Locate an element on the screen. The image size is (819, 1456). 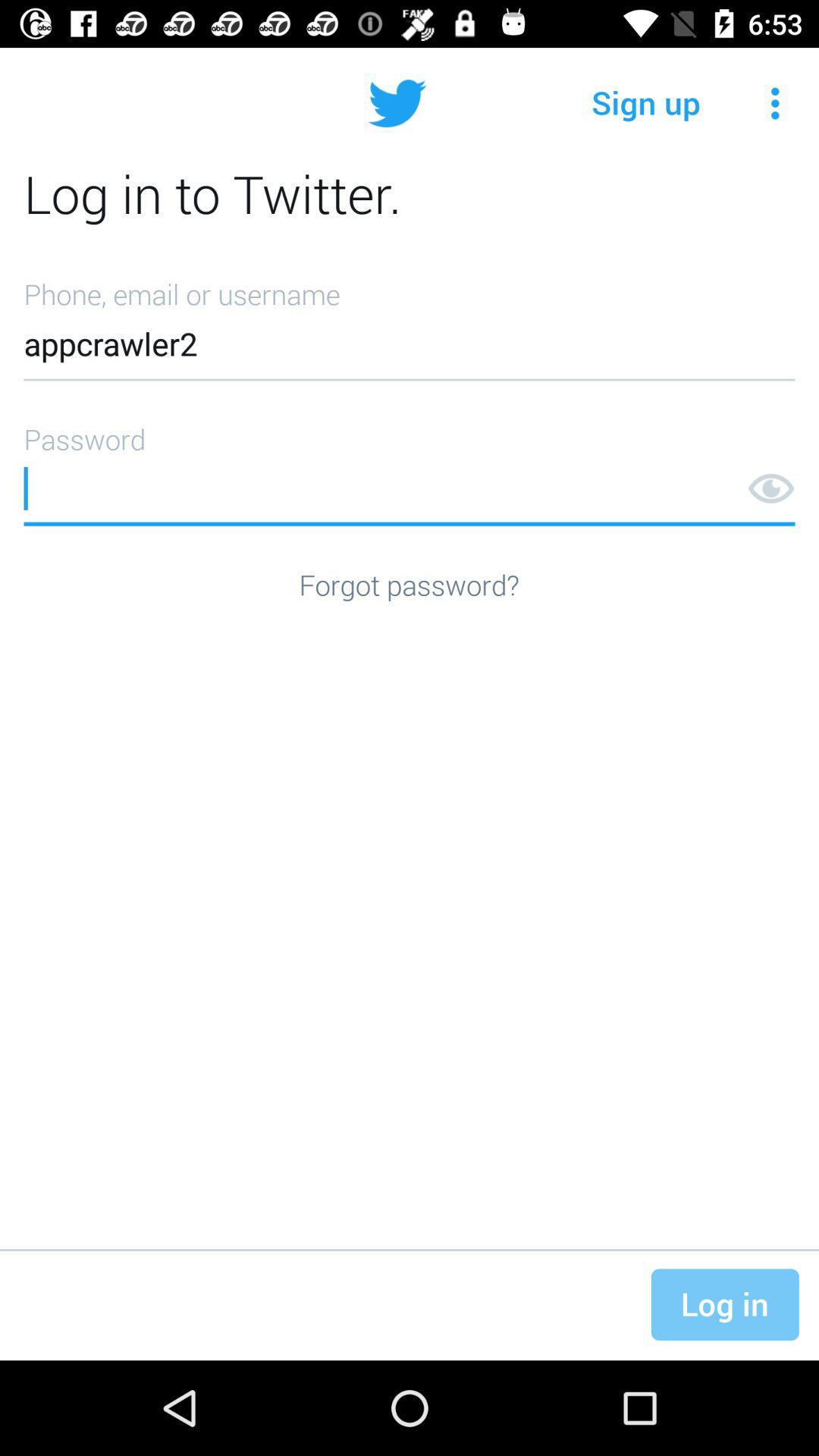
sign up icon is located at coordinates (646, 102).